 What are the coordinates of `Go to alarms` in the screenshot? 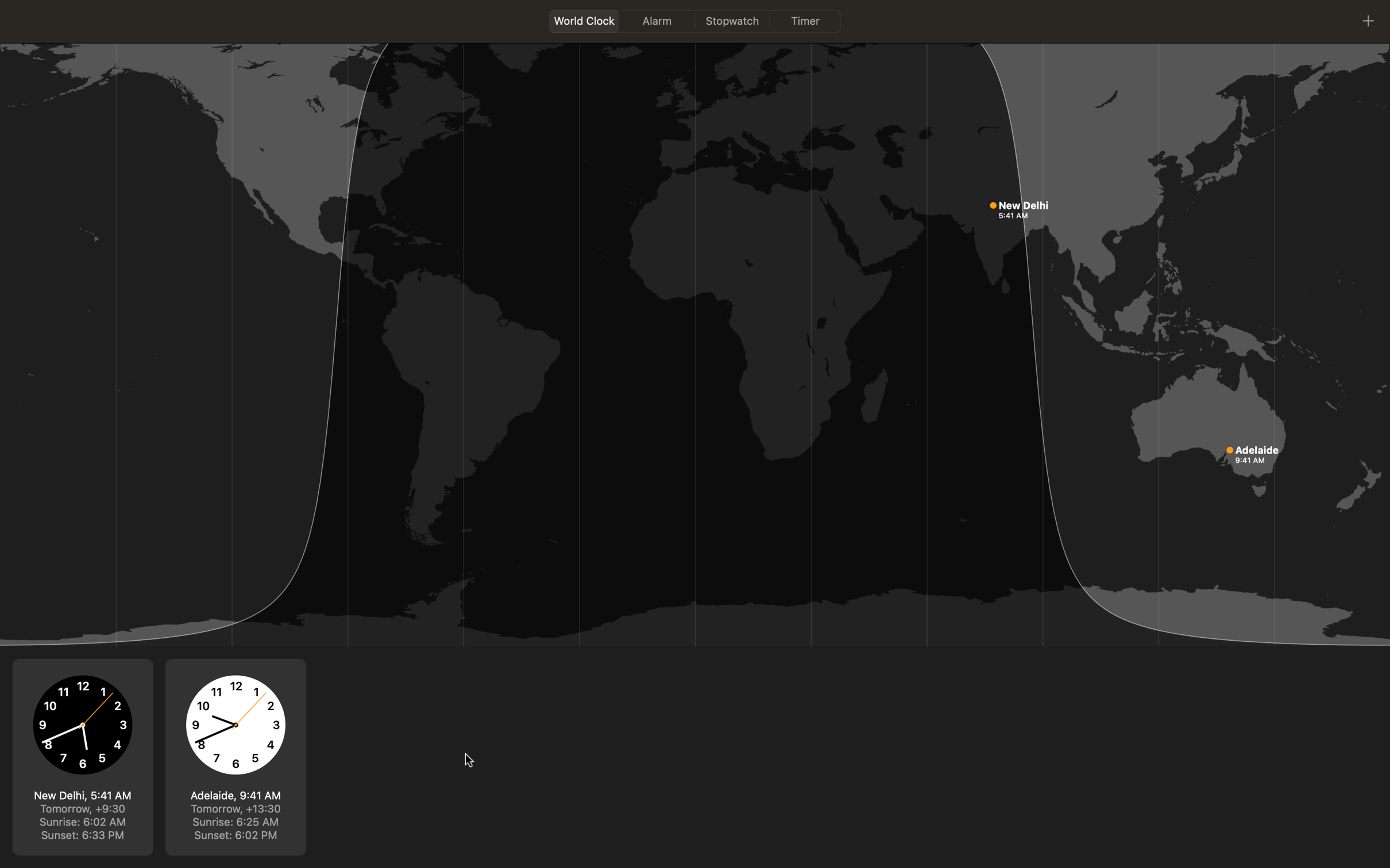 It's located at (656, 20).